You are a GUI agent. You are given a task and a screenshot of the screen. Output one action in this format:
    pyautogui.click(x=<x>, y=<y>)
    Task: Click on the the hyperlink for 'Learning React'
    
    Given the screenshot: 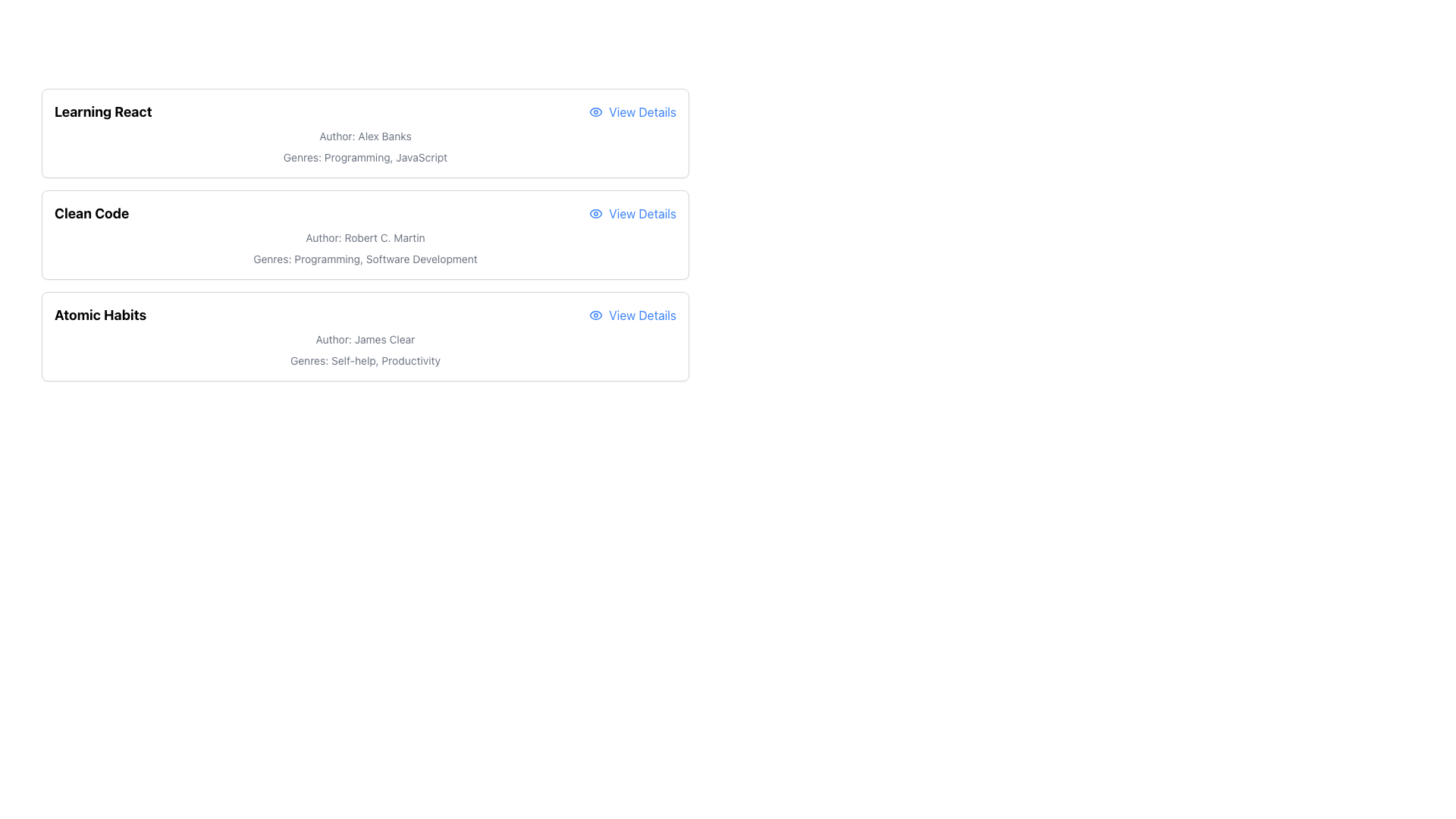 What is the action you would take?
    pyautogui.click(x=632, y=111)
    